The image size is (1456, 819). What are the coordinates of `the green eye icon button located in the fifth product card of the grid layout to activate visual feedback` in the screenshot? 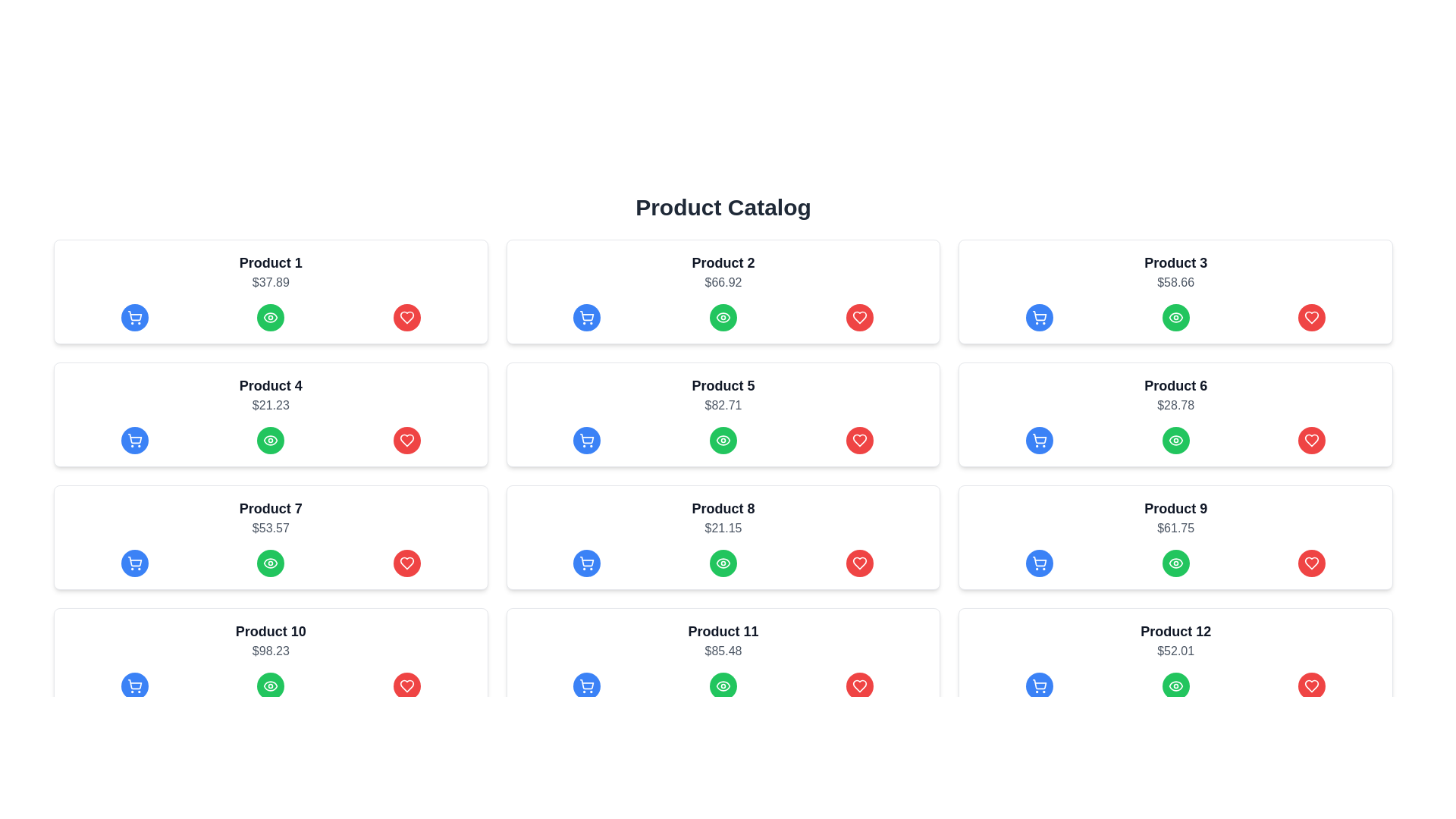 It's located at (723, 441).